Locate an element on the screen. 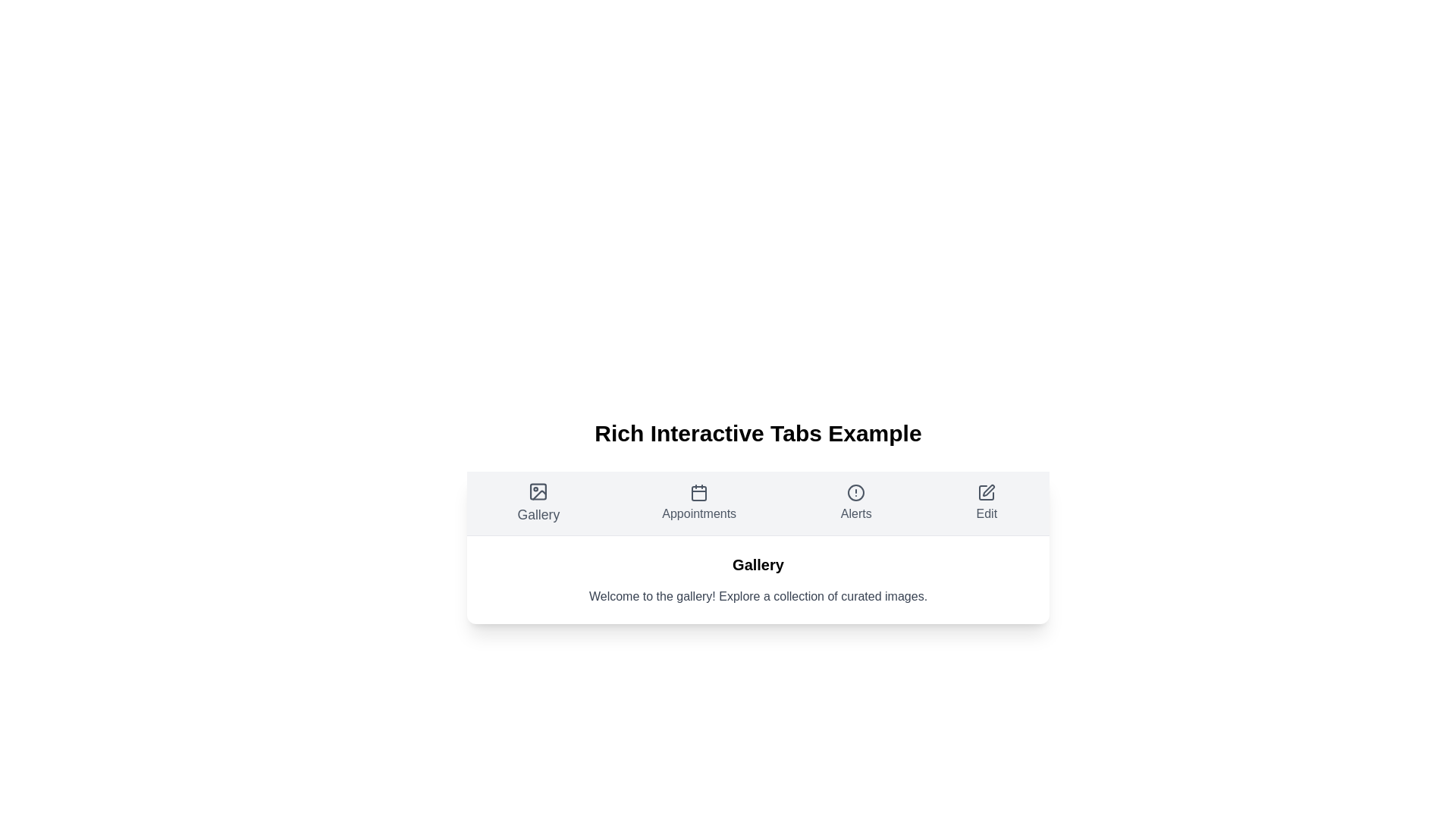  the tab labeled Edit is located at coordinates (986, 503).